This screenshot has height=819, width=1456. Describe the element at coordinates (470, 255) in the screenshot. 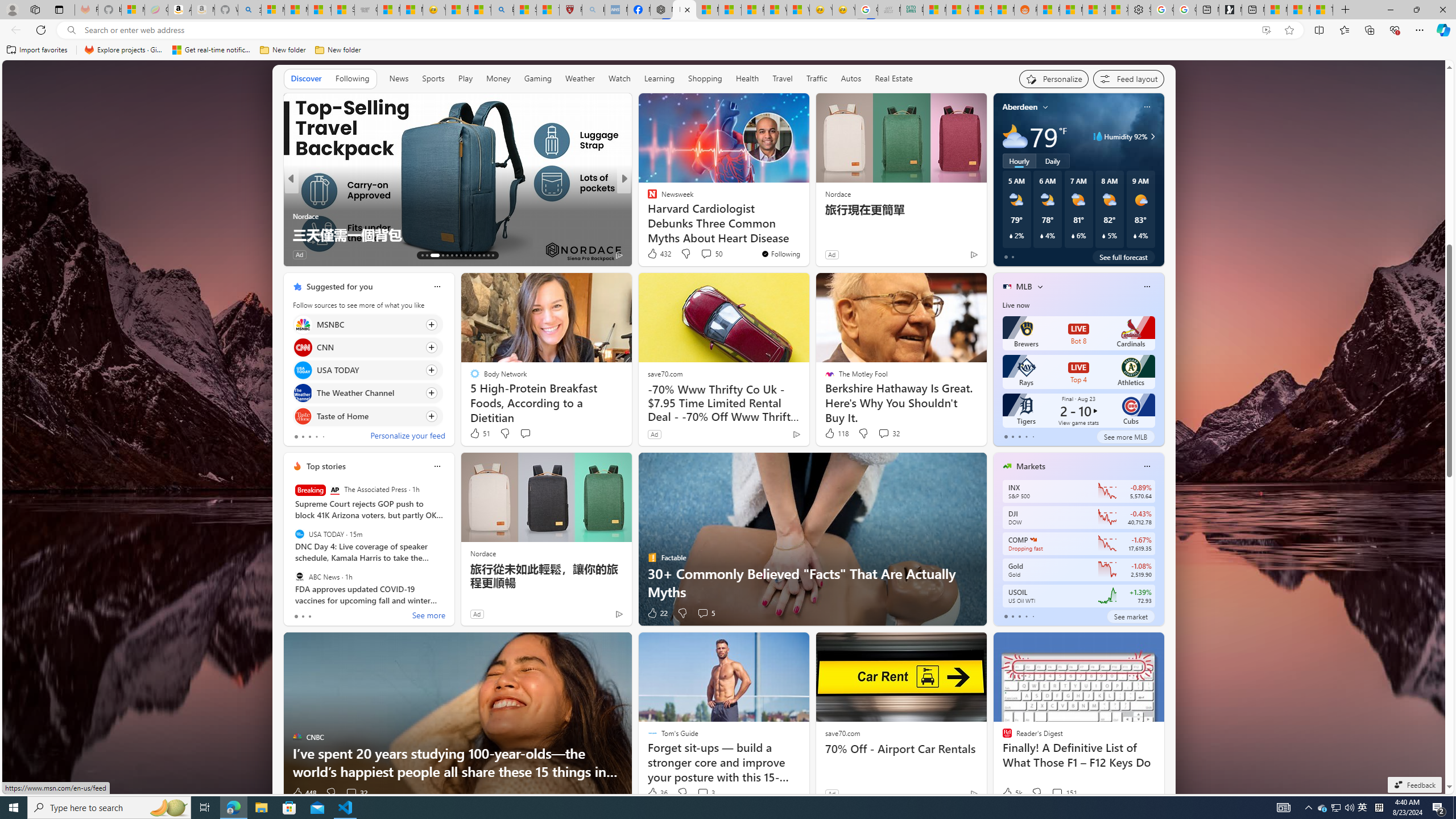

I see `'AutomationID: tab-75'` at that location.